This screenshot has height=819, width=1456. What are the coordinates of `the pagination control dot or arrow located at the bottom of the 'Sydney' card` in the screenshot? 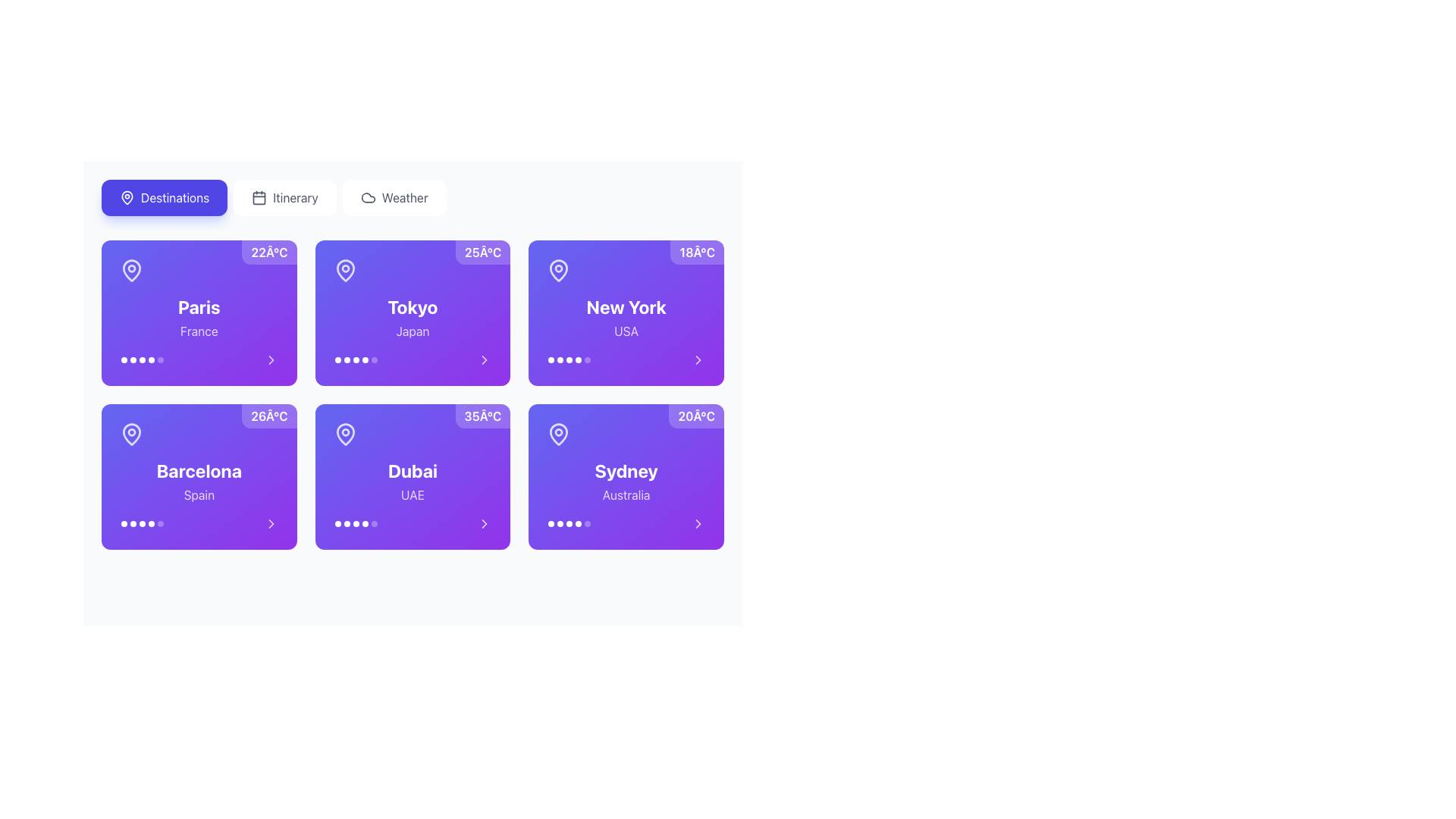 It's located at (626, 522).